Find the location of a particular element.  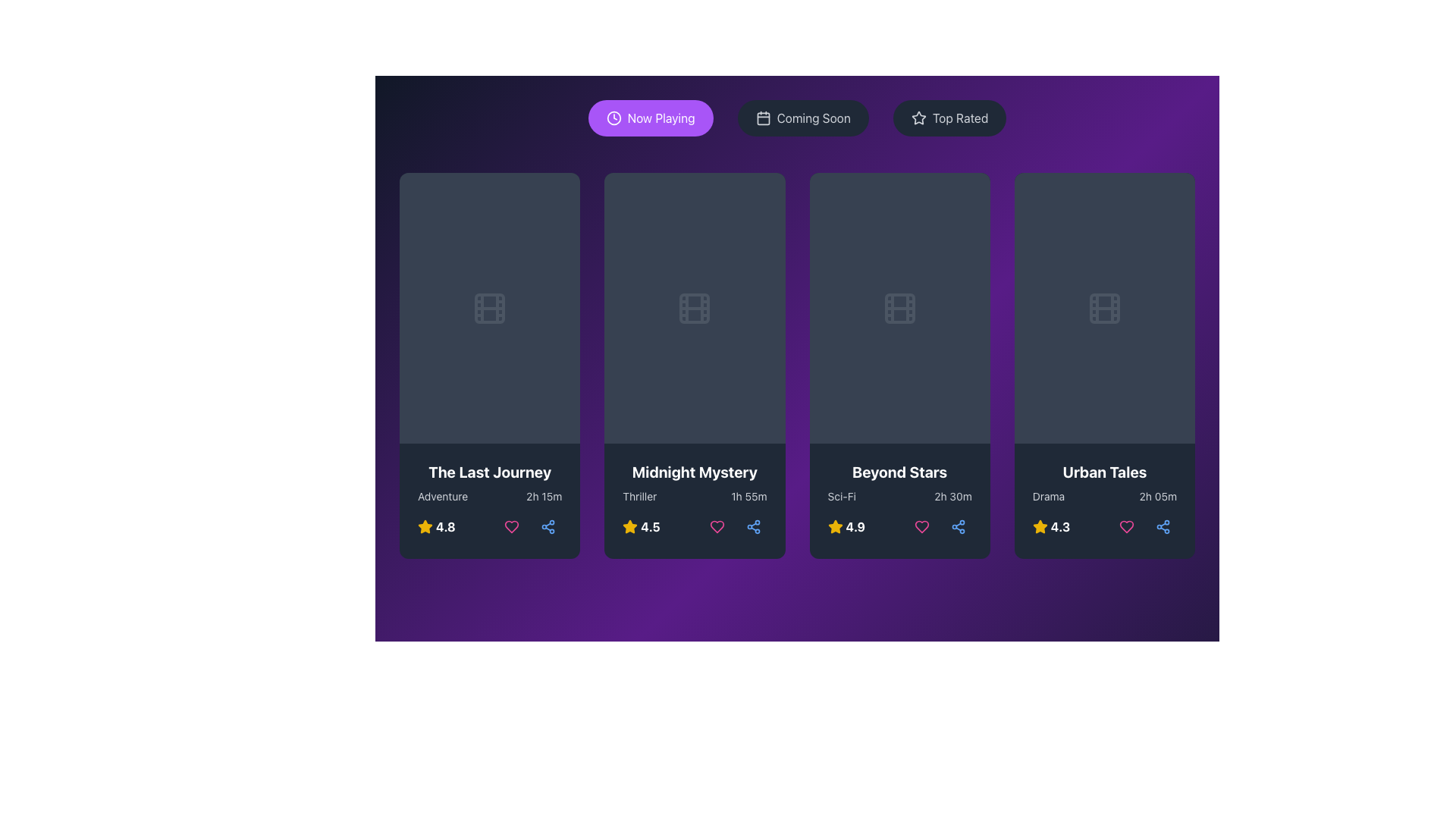

duration value displayed as '2h 30m' in a small-sized font beneath the 'Beyond Stars' card, next to the 'Sci-Fi' genre label is located at coordinates (952, 497).